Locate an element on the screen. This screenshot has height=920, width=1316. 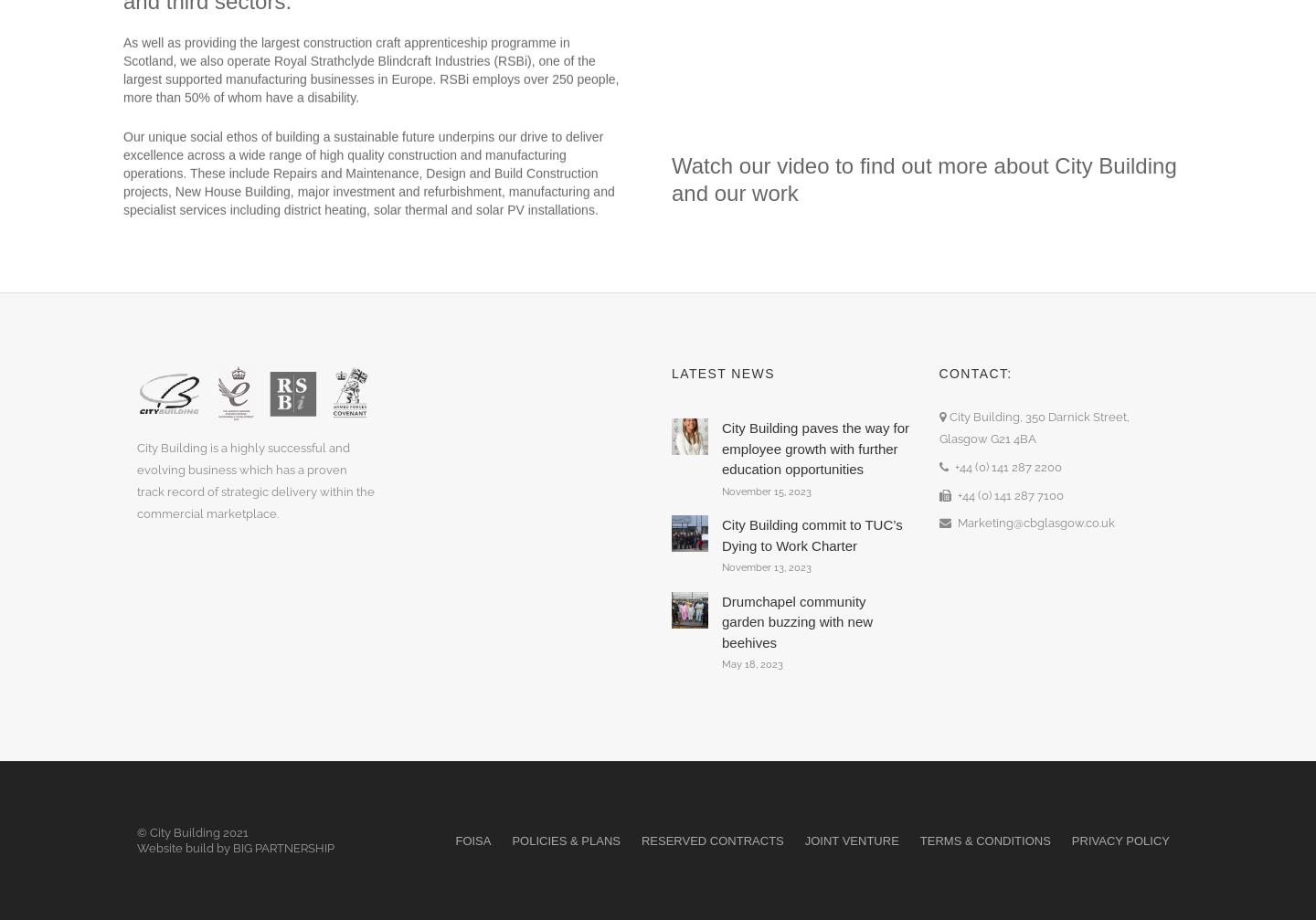
'Website build by BIG PARTNERSHIP' is located at coordinates (136, 846).